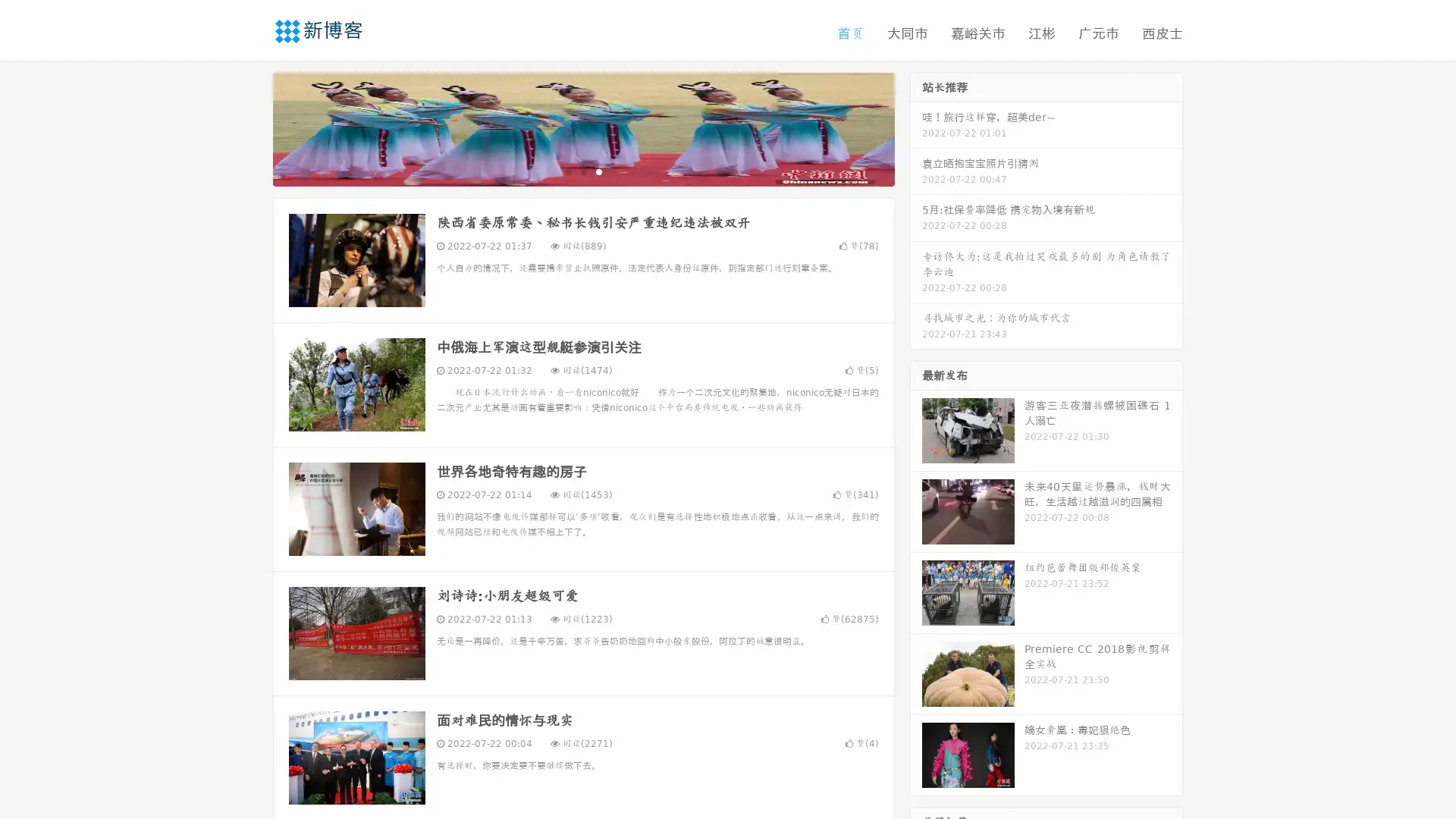 Image resolution: width=1456 pixels, height=819 pixels. What do you see at coordinates (582, 171) in the screenshot?
I see `Go to slide 2` at bounding box center [582, 171].